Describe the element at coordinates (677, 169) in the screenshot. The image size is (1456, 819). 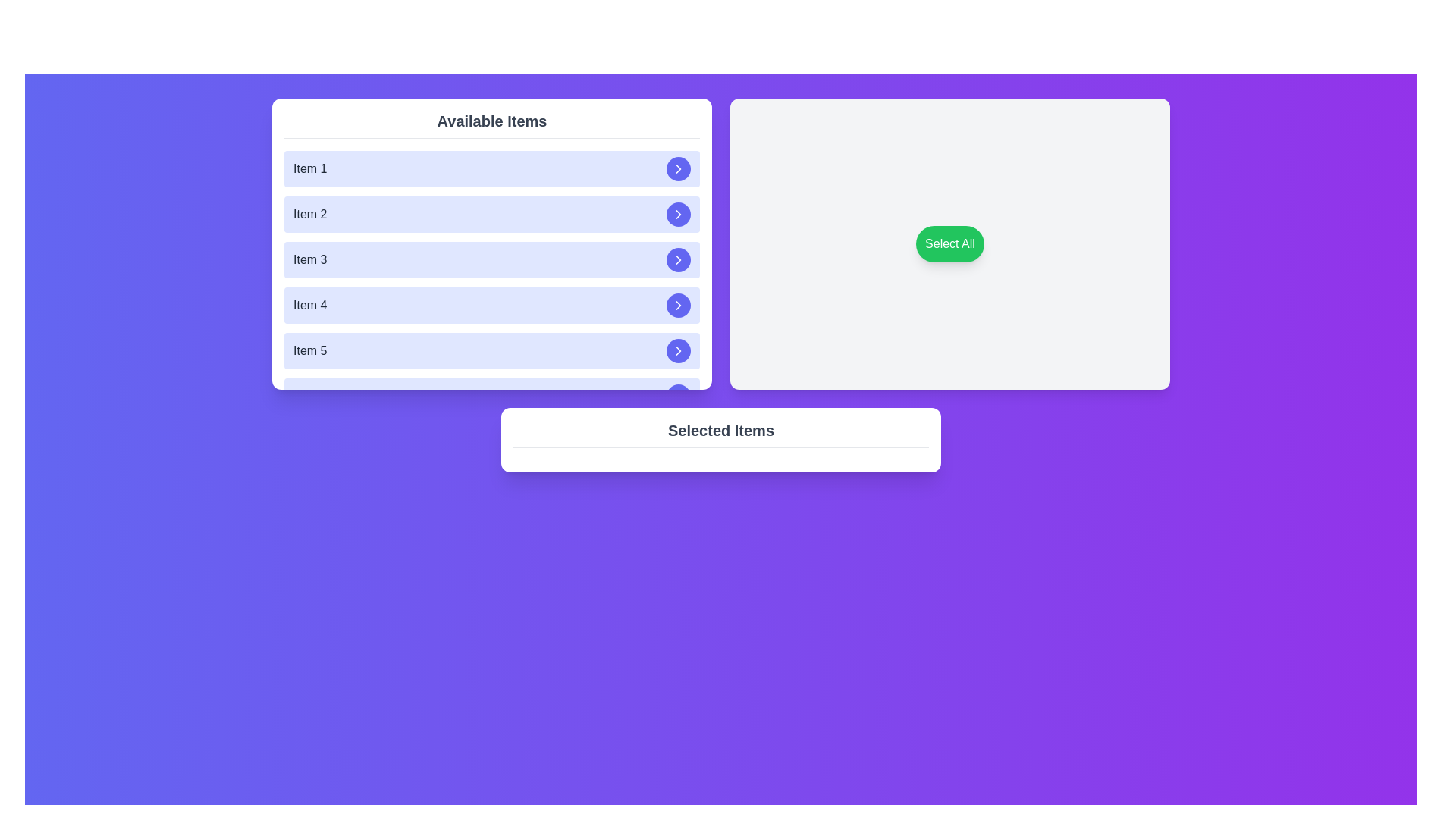
I see `the circular blue button with a white right arrow icon located in the right section of the 'Item 1' box under the 'Available Items' column` at that location.